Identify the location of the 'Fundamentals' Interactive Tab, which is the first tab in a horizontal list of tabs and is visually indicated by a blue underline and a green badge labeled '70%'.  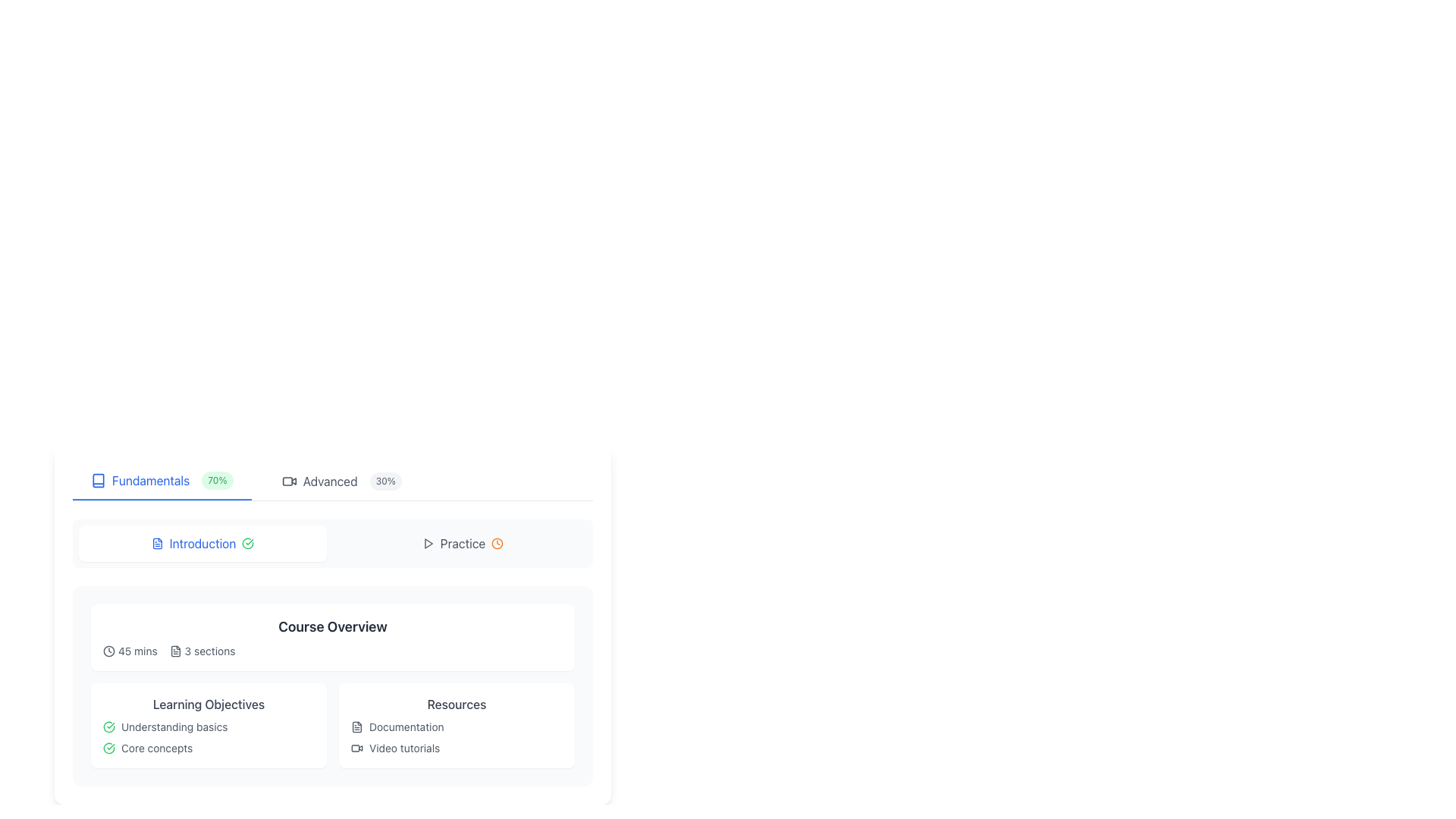
(162, 482).